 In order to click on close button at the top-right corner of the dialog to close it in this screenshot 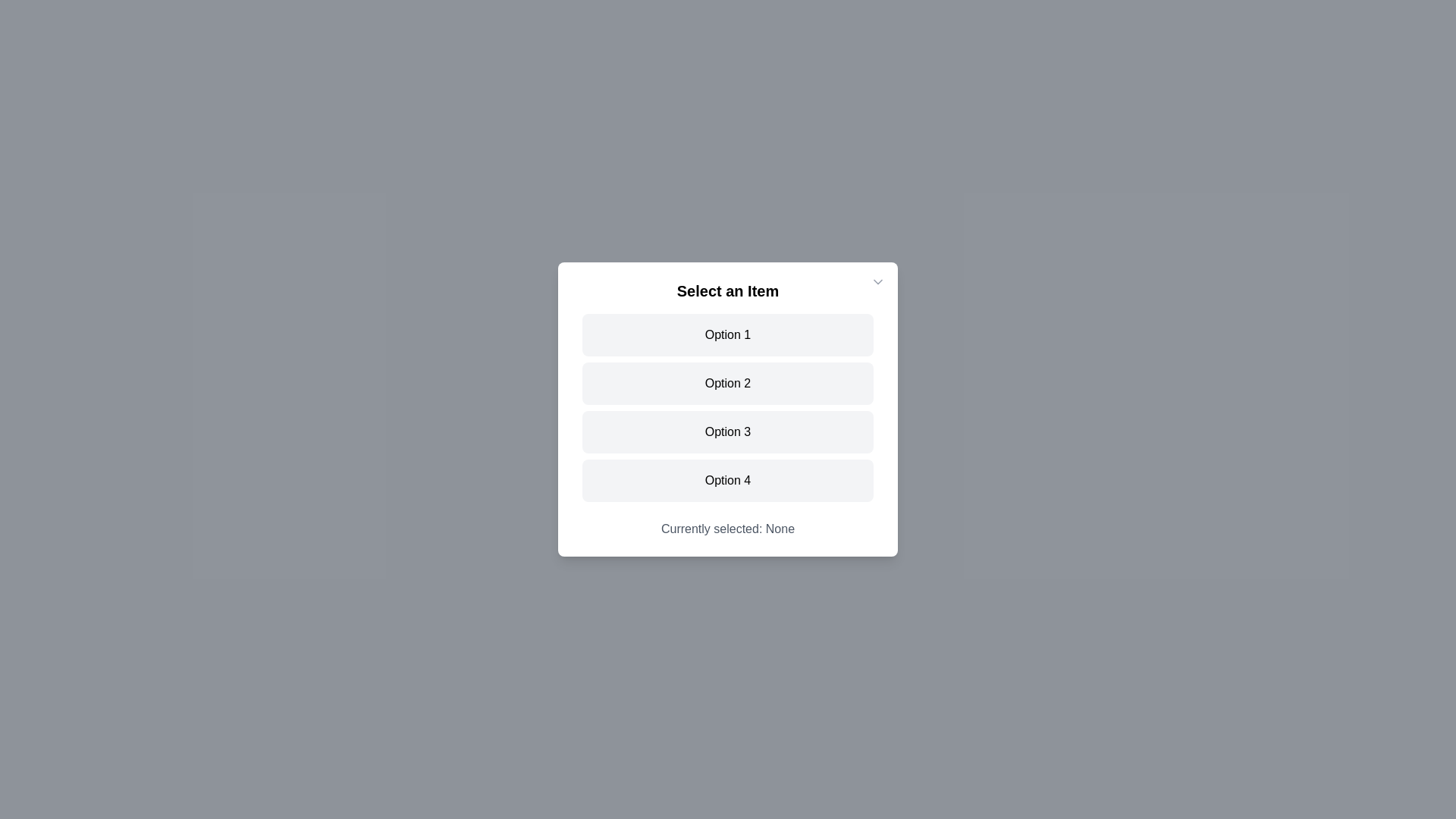, I will do `click(877, 281)`.